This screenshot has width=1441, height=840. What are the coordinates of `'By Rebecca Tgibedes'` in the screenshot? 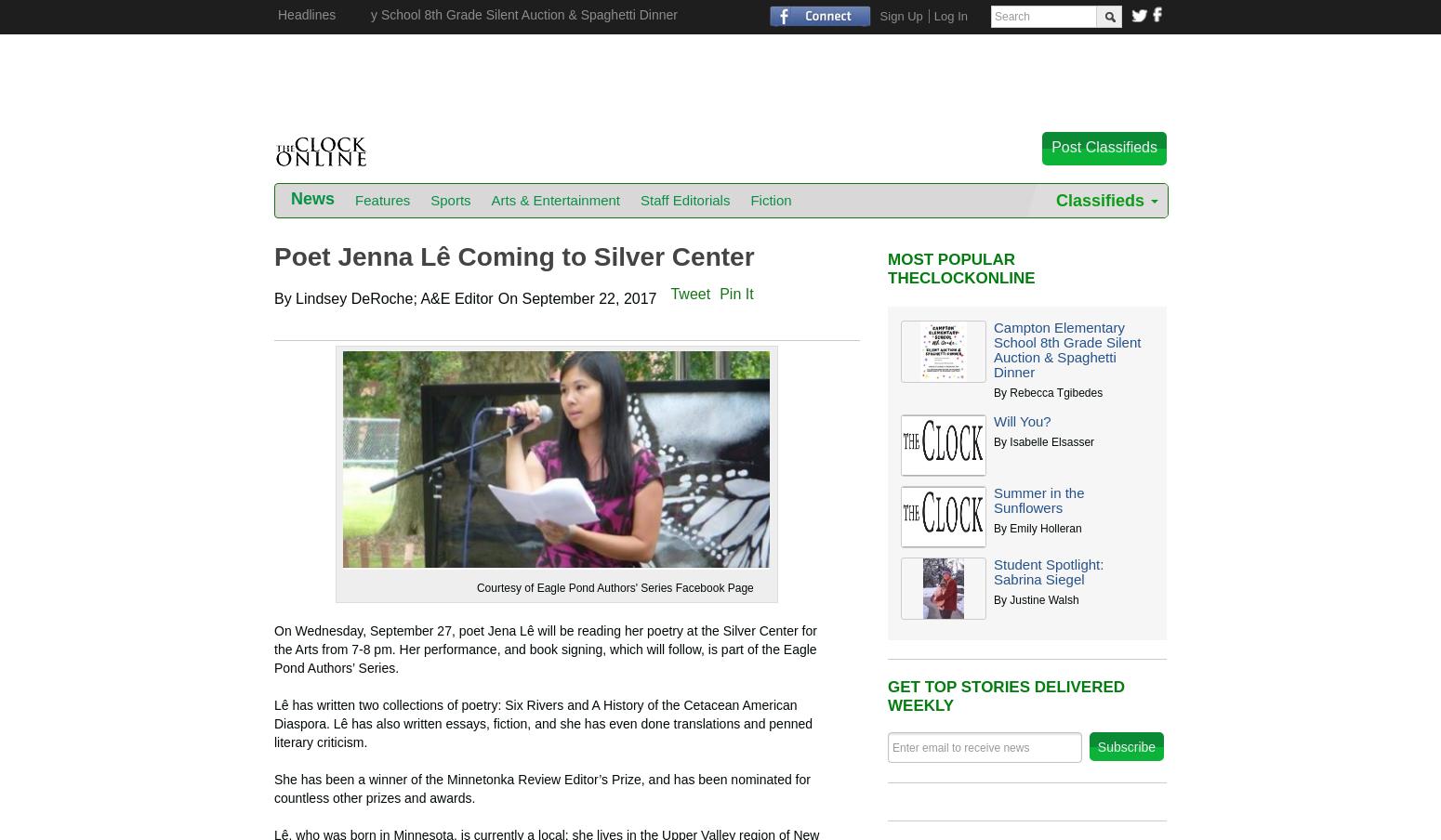 It's located at (1047, 392).